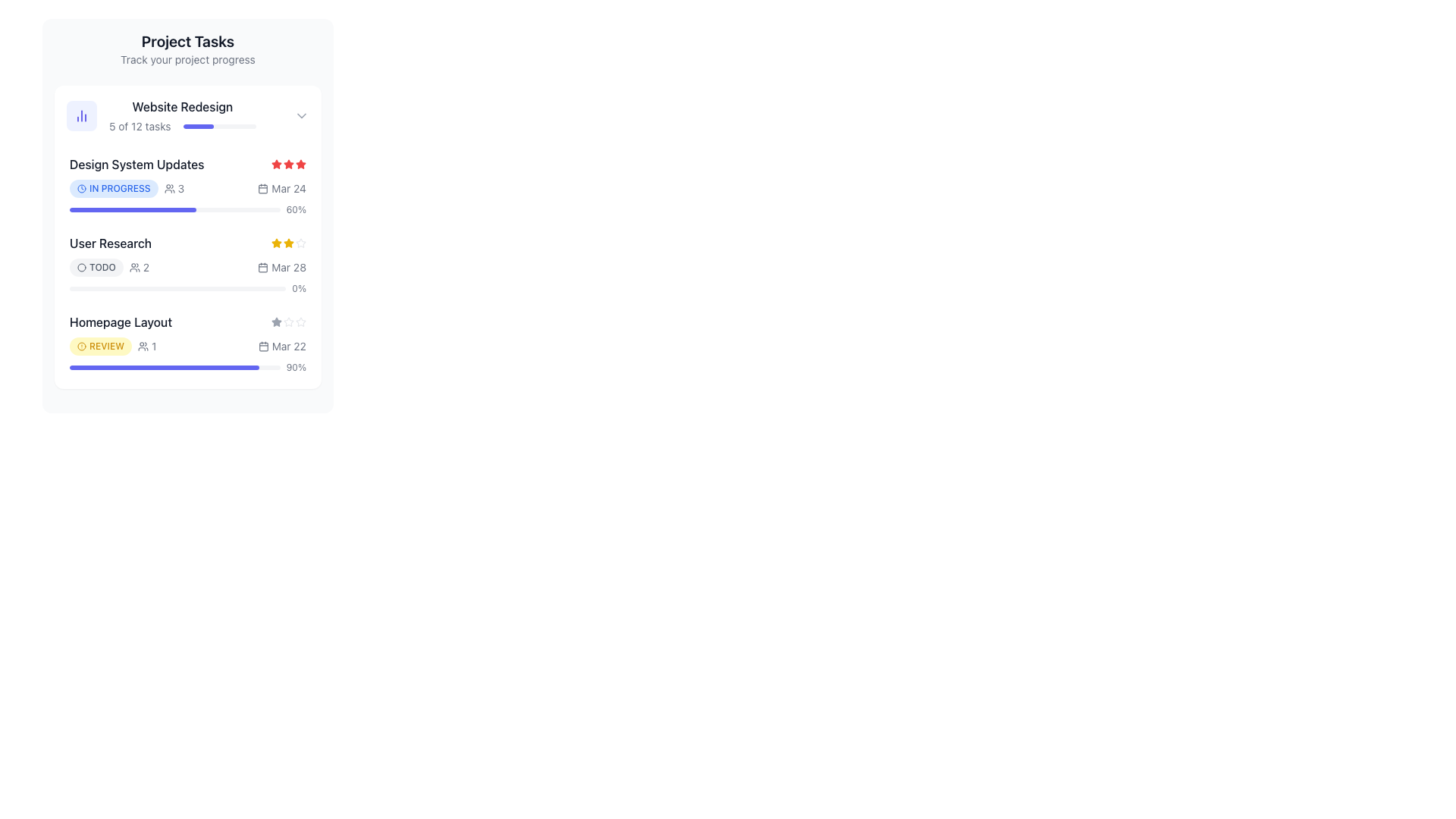  I want to click on the label displaying 'Mar 24' with a calendar icon, located at the right end of the task row labeled 'Design System Updates', so click(282, 188).